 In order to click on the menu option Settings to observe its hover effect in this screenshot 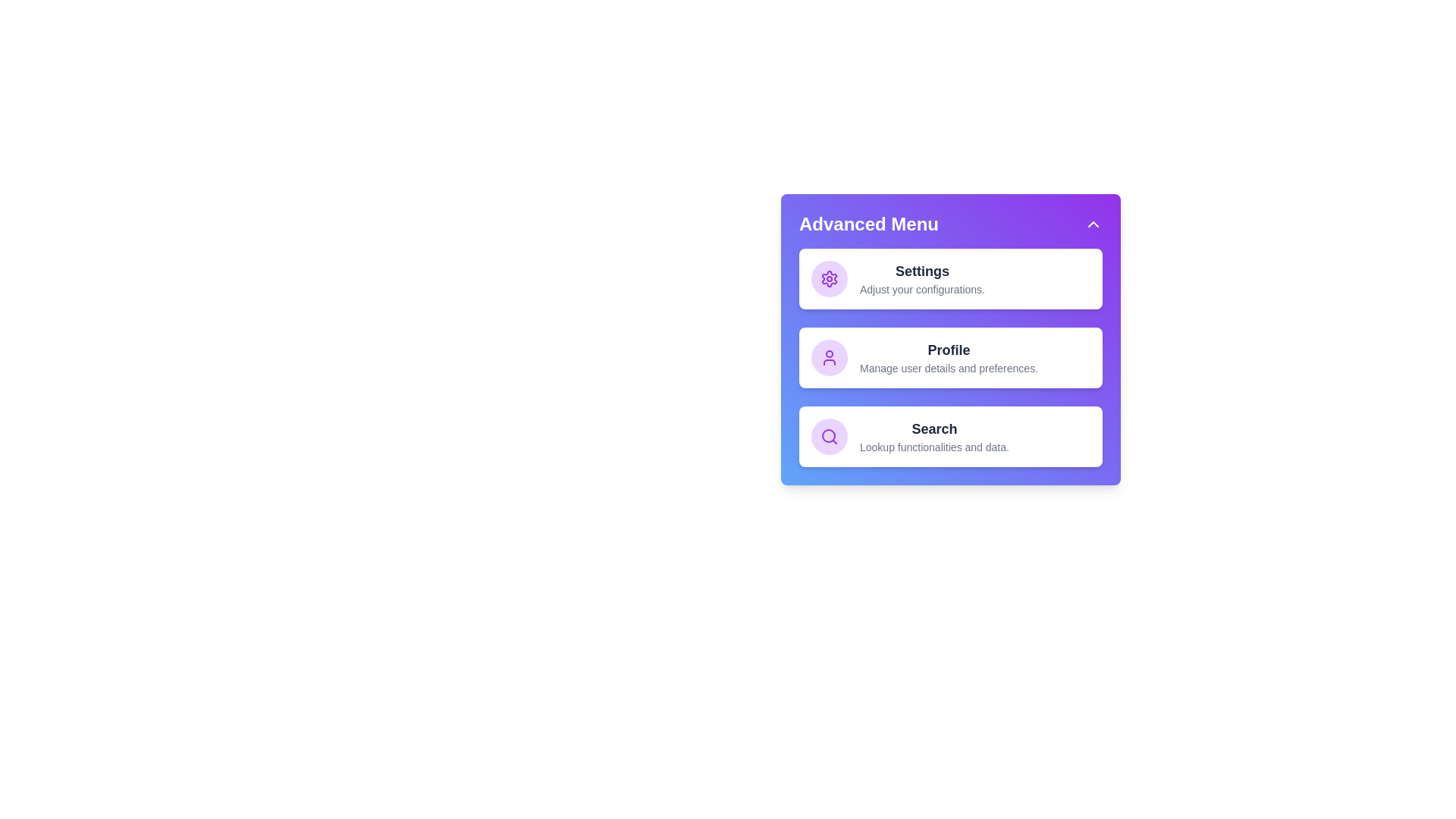, I will do `click(949, 278)`.